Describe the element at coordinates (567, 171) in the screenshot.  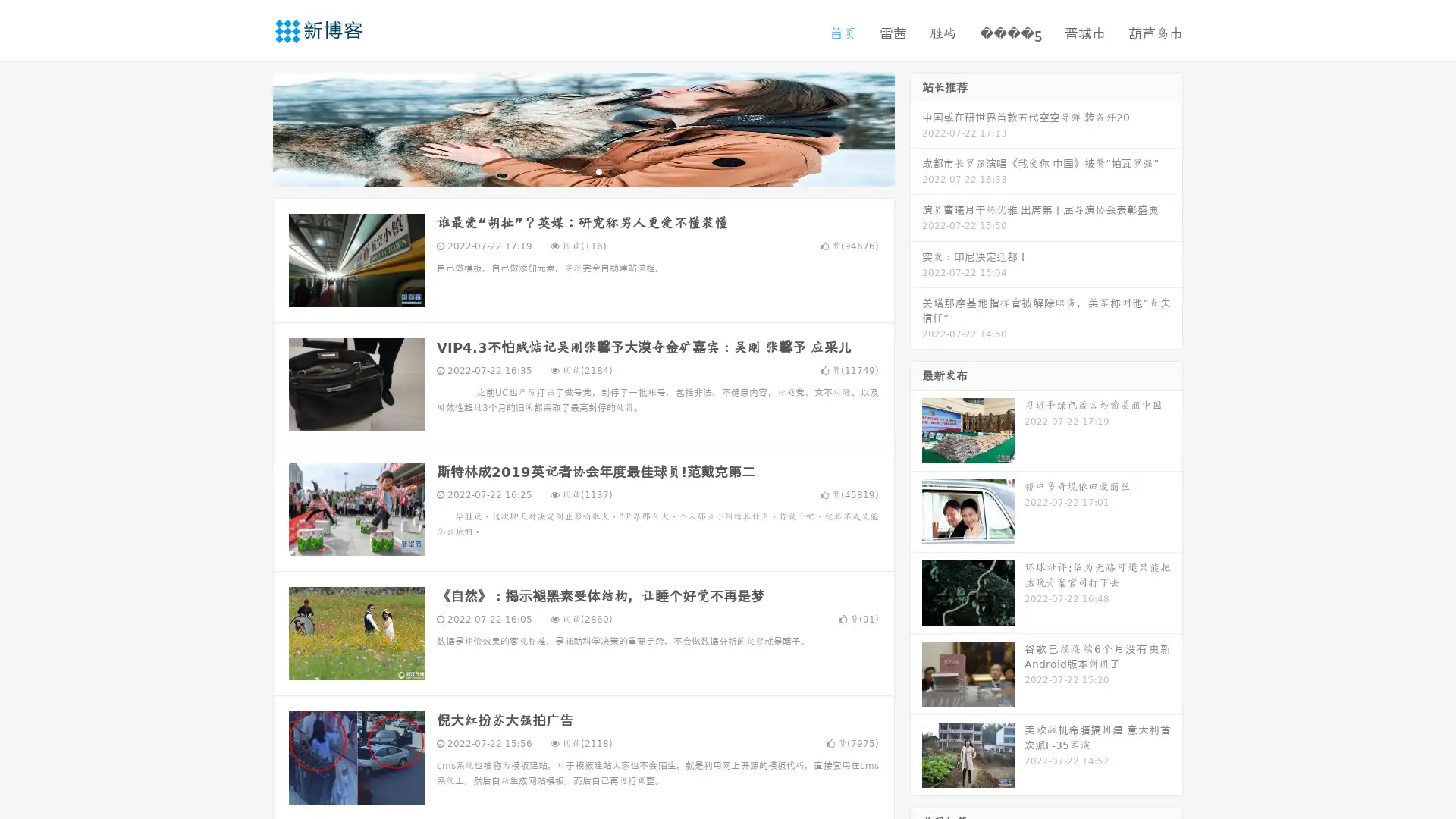
I see `Go to slide 1` at that location.